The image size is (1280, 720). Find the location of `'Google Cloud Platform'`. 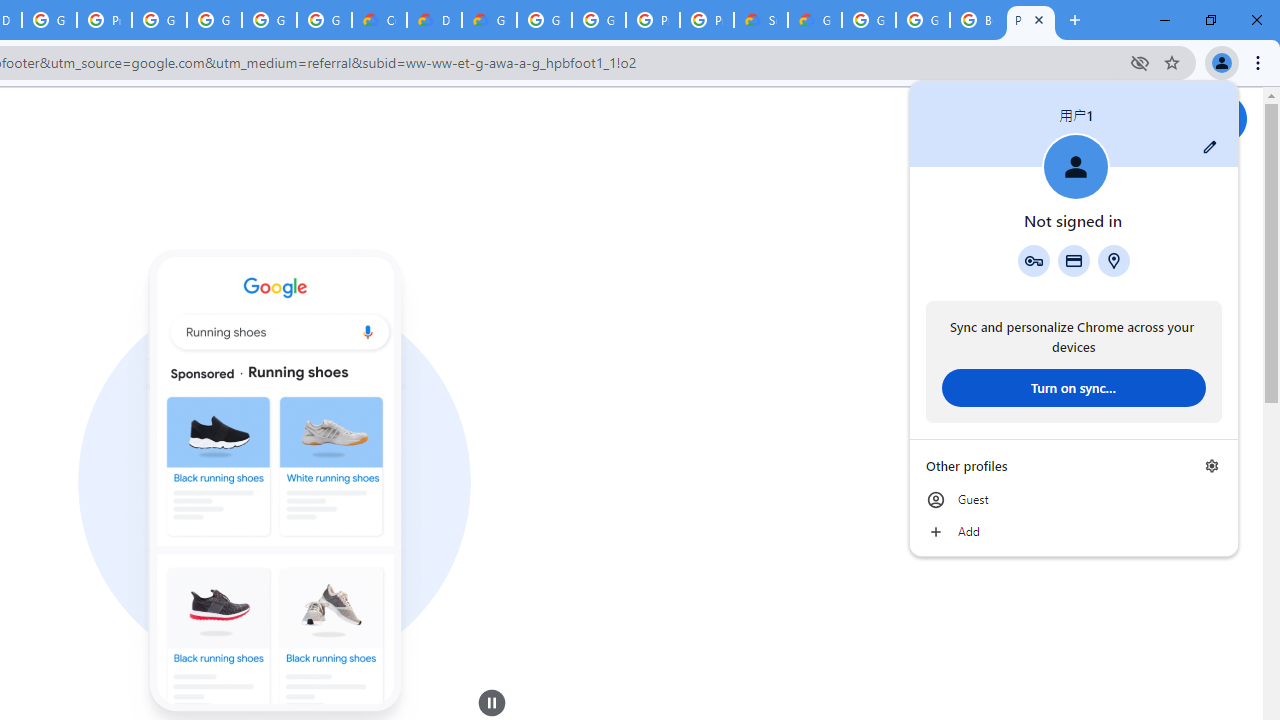

'Google Cloud Platform' is located at coordinates (921, 20).